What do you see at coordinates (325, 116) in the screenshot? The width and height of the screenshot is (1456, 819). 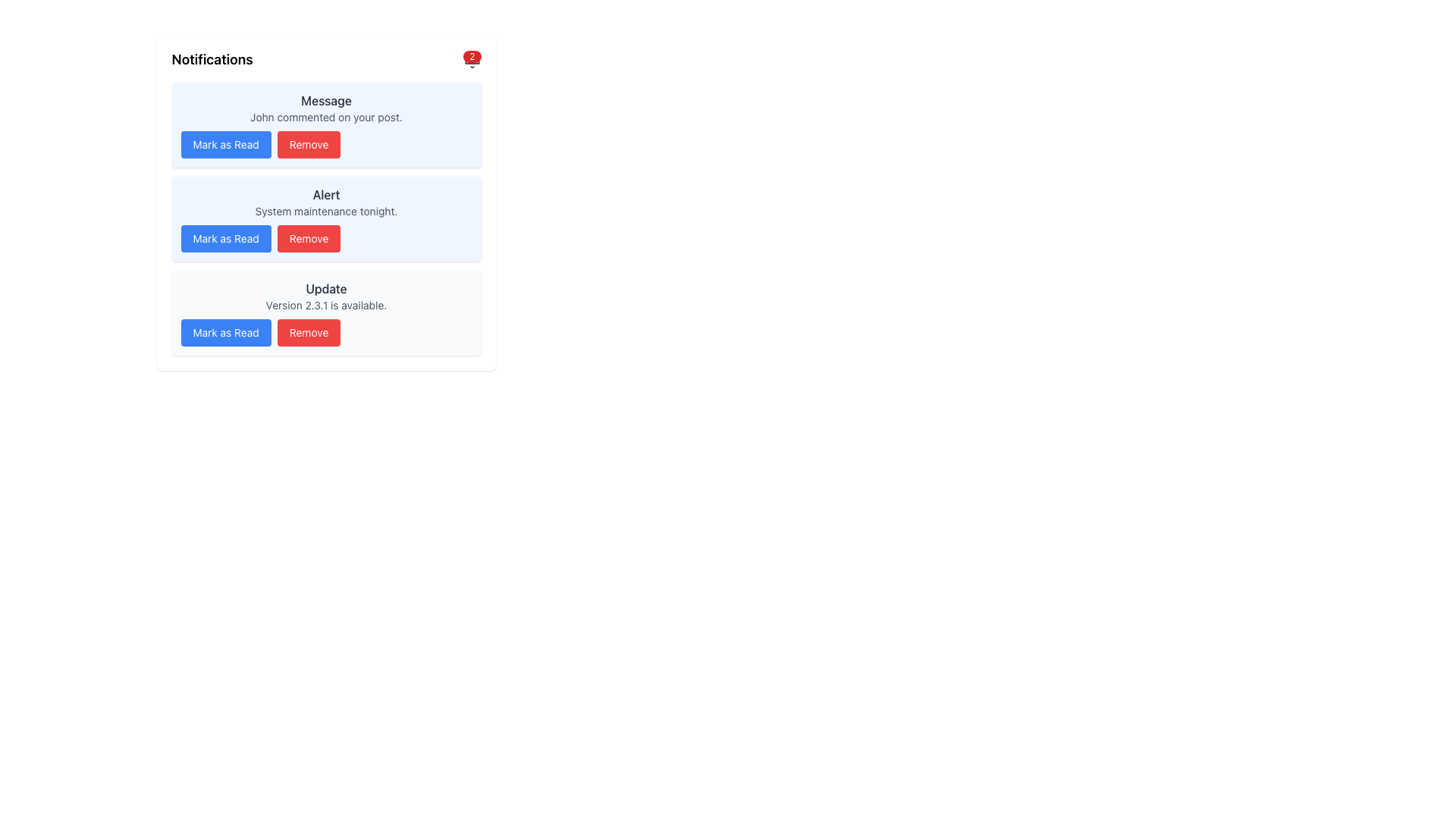 I see `the notification message text label located in the first notification card under the heading 'Message.'` at bounding box center [325, 116].